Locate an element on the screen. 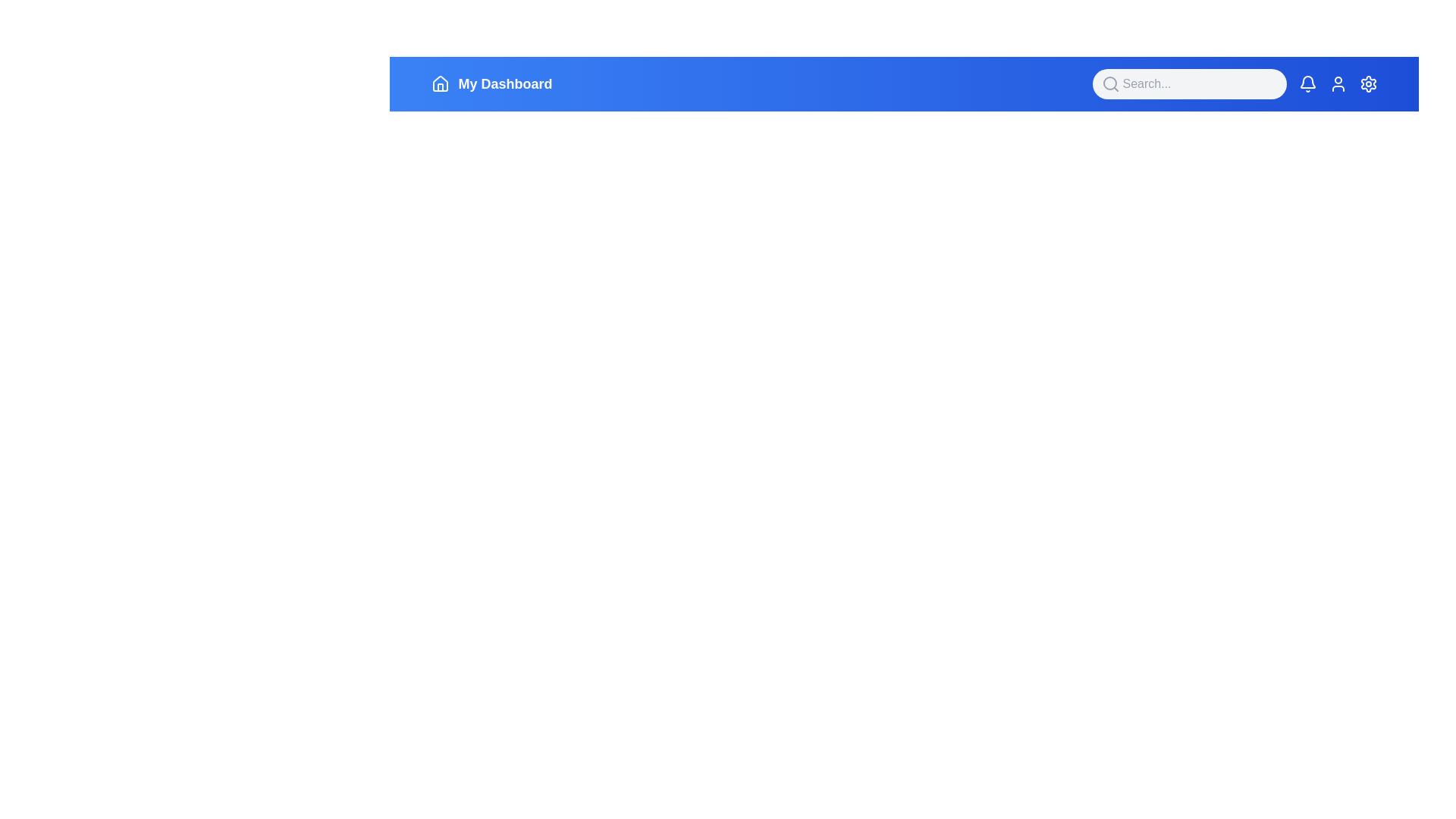 This screenshot has width=1456, height=819. the search bar and type the search query is located at coordinates (1188, 84).